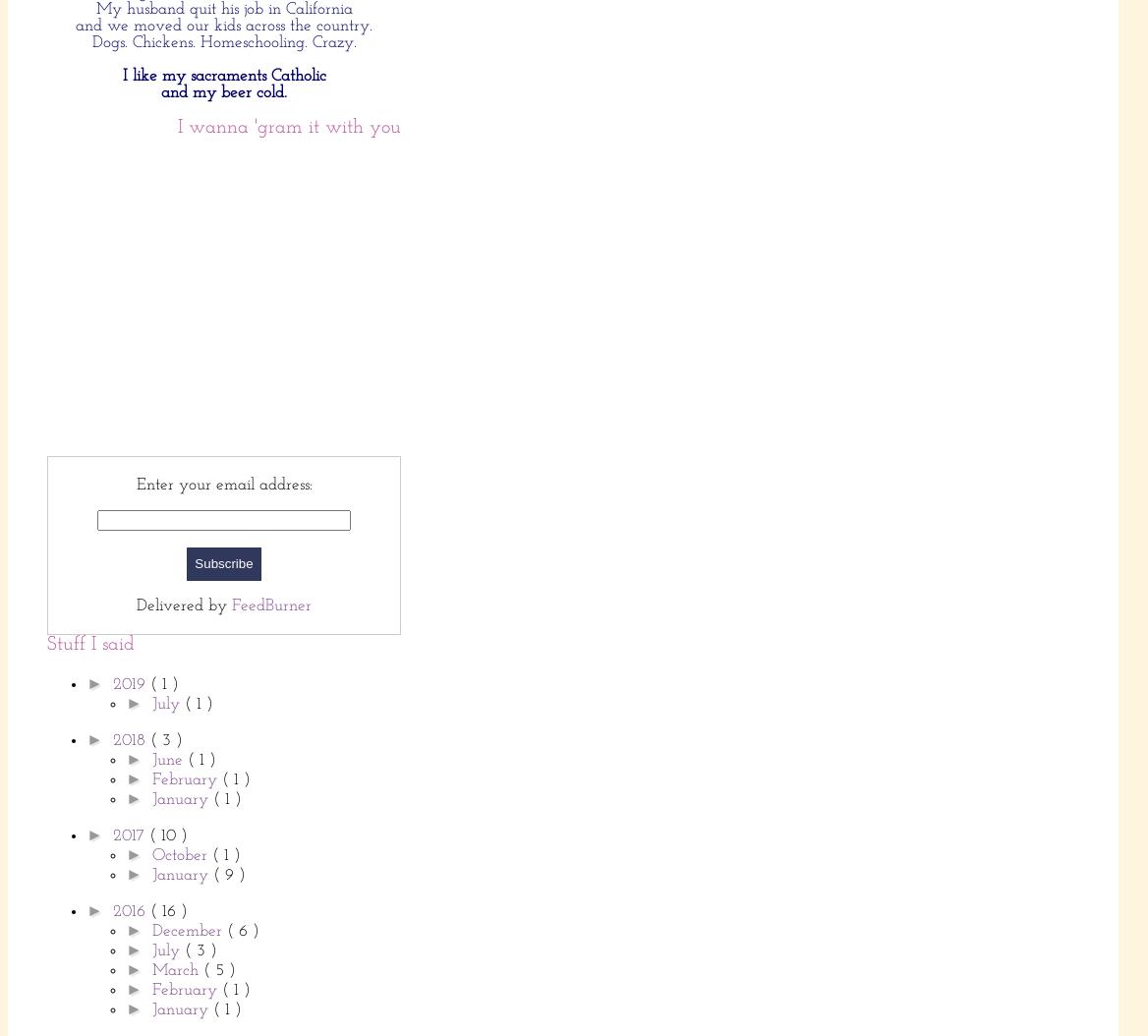  Describe the element at coordinates (167, 835) in the screenshot. I see `'(
                10
                )'` at that location.